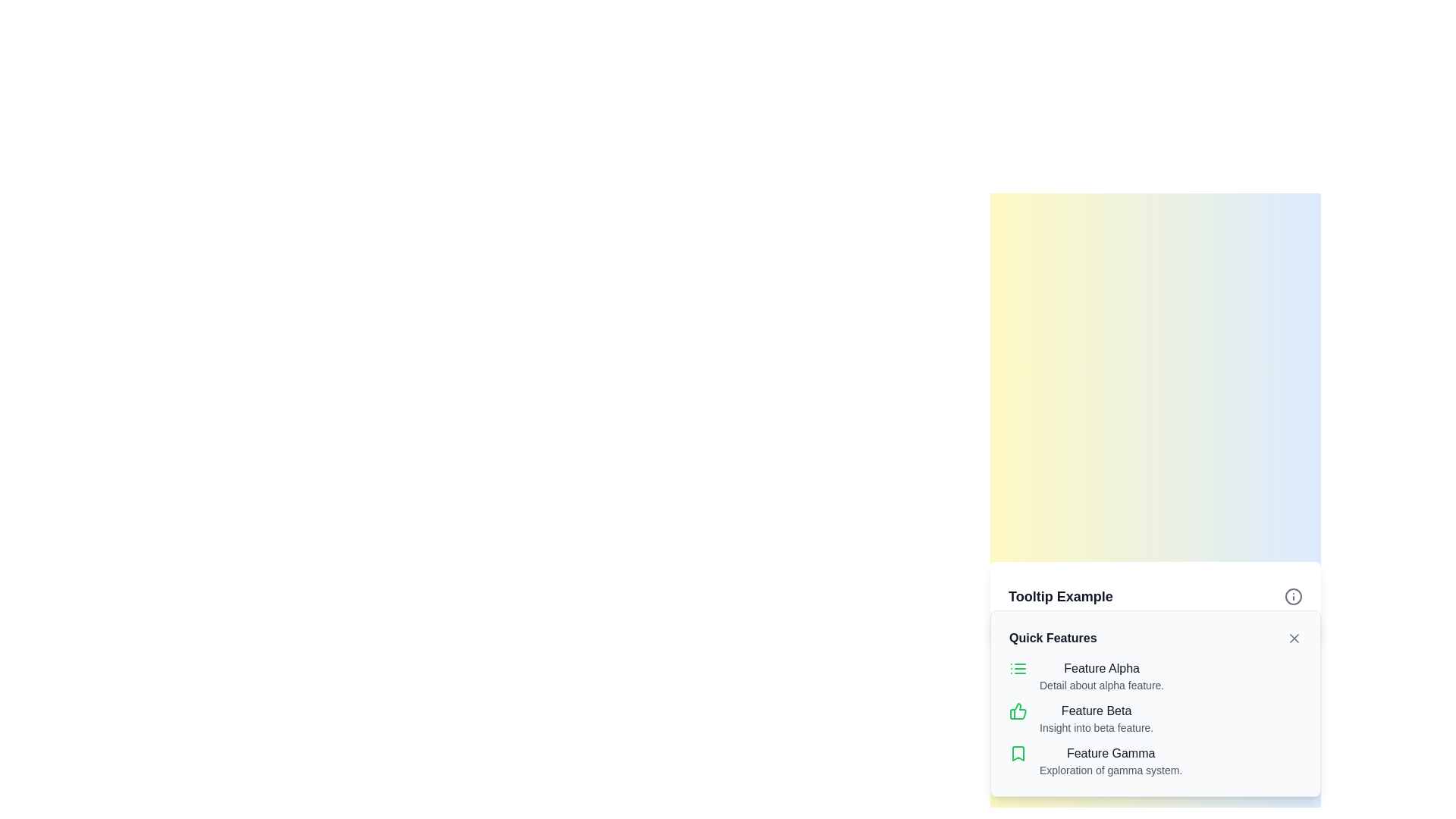 This screenshot has width=1456, height=819. I want to click on the state of the thumbs-up icon, which is a green upward gesture icon located in the bottom-right corner of the UI grouping, so click(1018, 711).